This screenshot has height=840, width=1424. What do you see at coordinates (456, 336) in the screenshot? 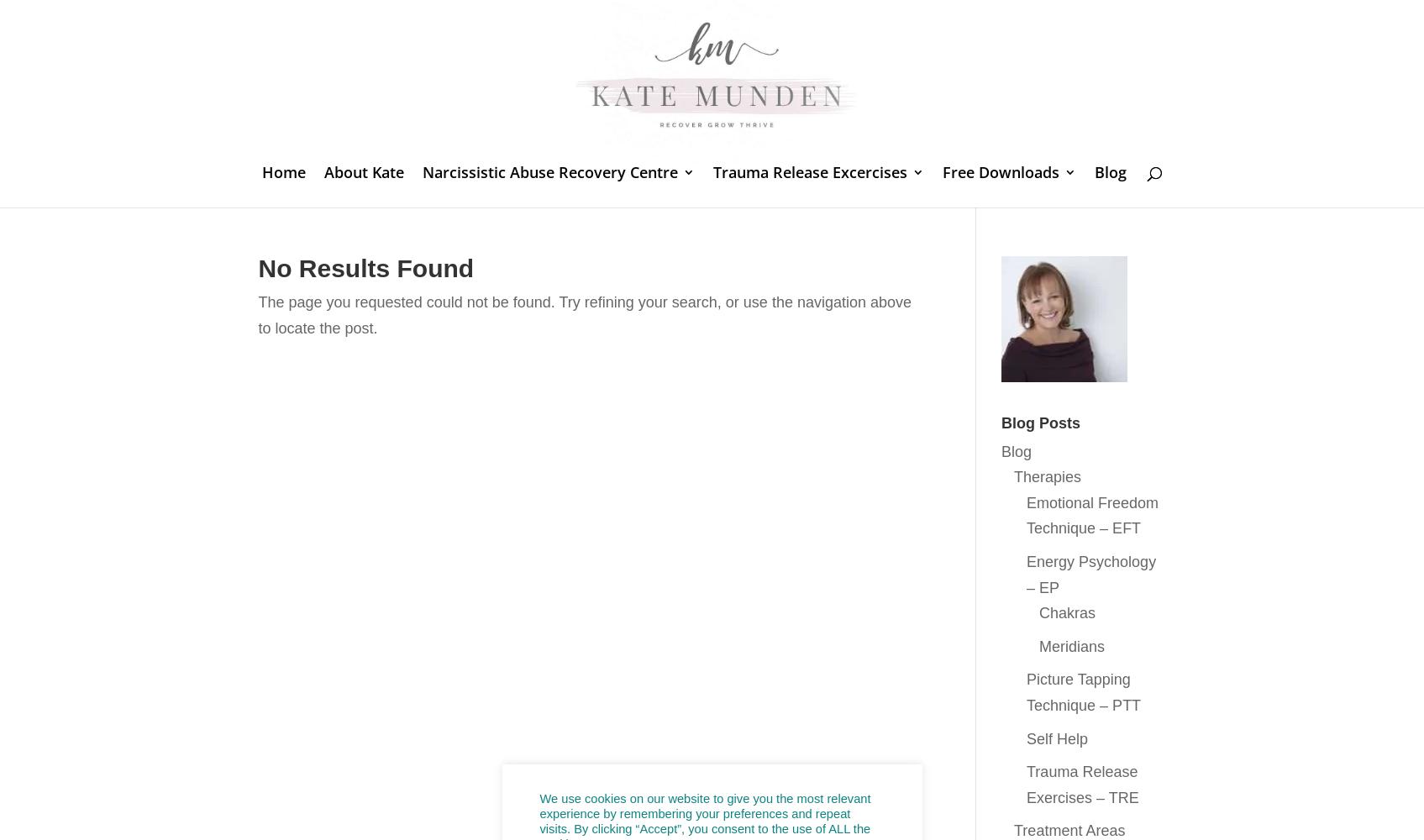
I see `'What is Gaslighting?'` at bounding box center [456, 336].